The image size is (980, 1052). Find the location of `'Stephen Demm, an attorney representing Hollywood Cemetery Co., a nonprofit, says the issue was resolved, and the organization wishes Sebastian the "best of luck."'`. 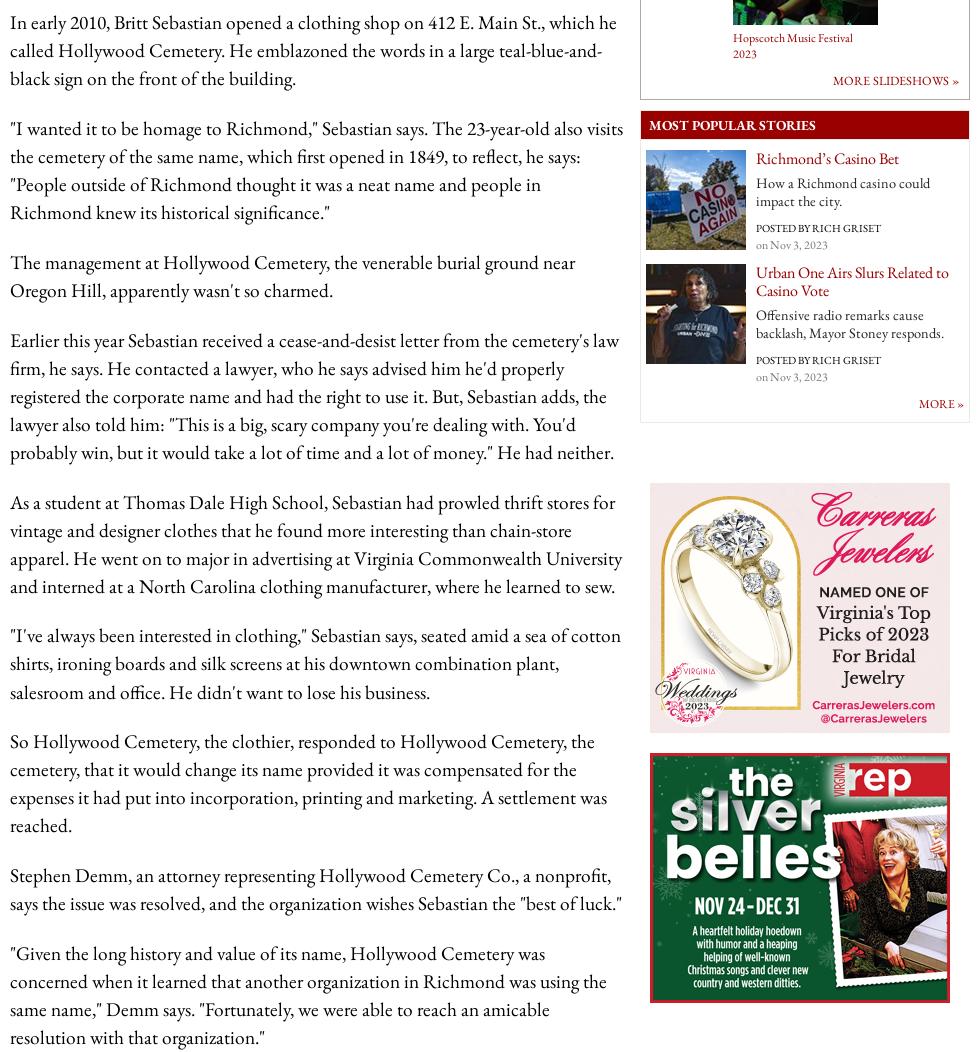

'Stephen Demm, an attorney representing Hollywood Cemetery Co., a nonprofit, says the issue was resolved, and the organization wishes Sebastian the "best of luck."' is located at coordinates (315, 889).